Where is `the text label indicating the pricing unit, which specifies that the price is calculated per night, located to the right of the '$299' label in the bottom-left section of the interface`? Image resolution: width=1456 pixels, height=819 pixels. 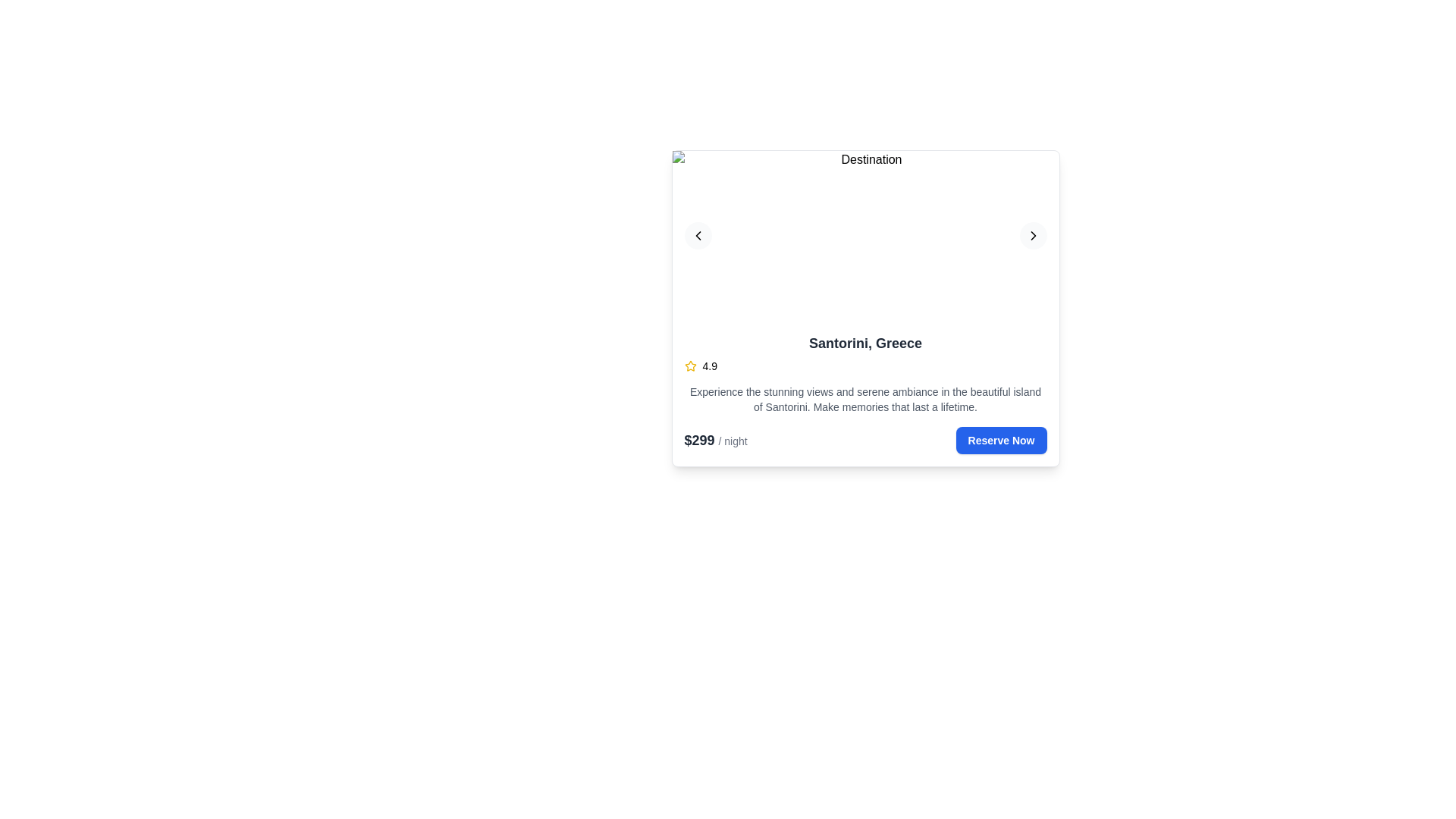 the text label indicating the pricing unit, which specifies that the price is calculated per night, located to the right of the '$299' label in the bottom-left section of the interface is located at coordinates (733, 441).